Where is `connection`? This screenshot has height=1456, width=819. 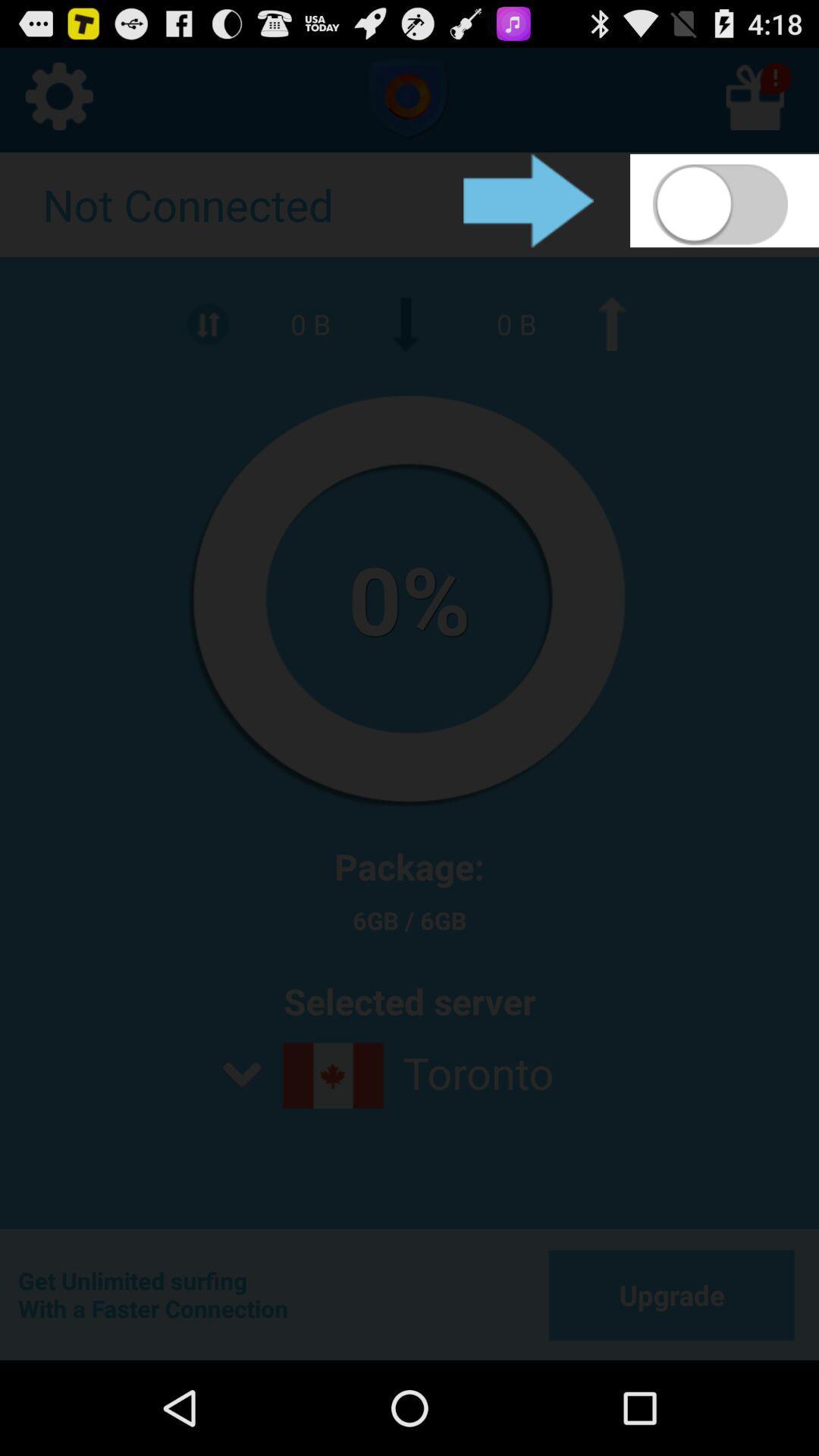 connection is located at coordinates (723, 199).